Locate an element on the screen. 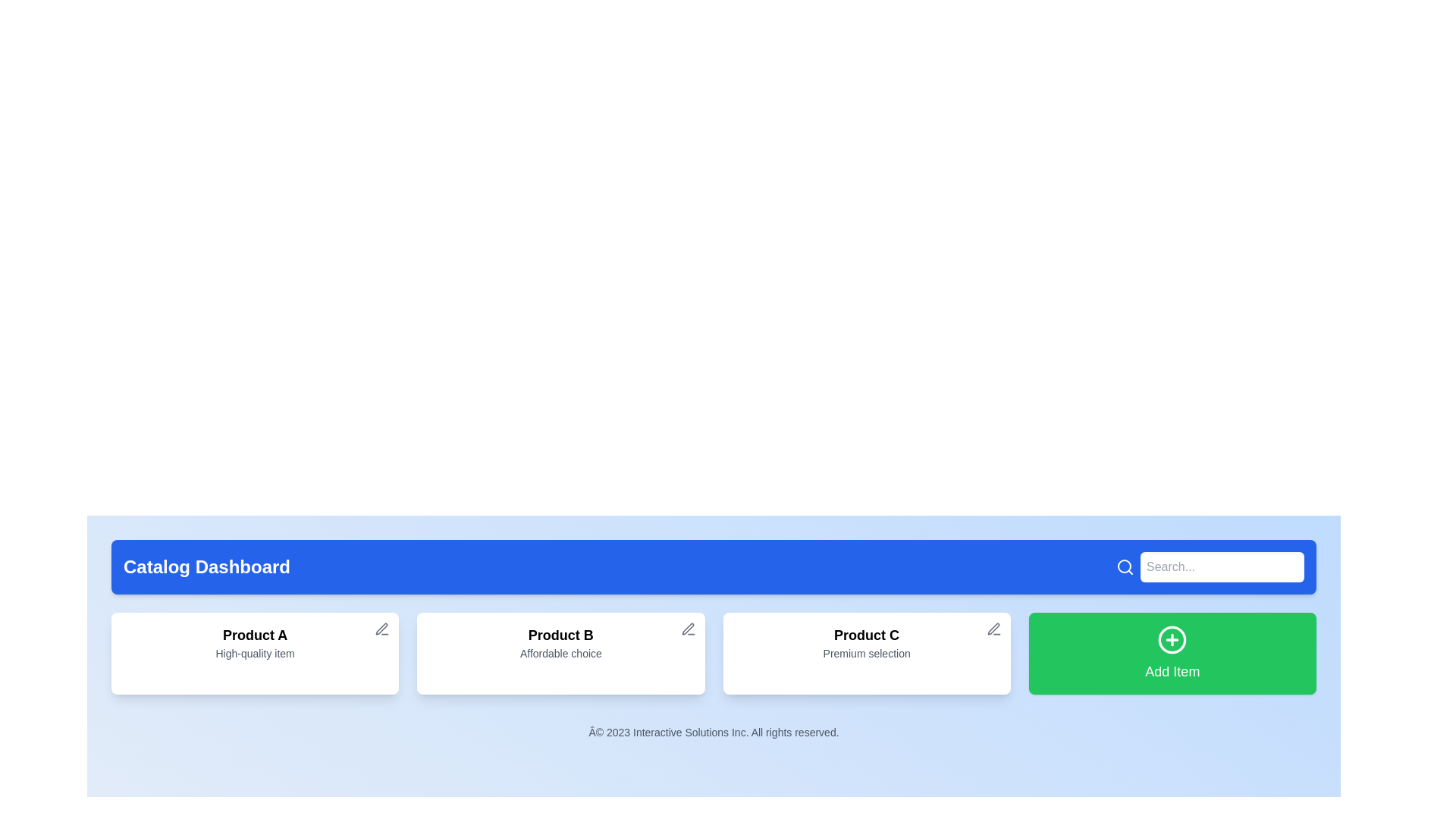 This screenshot has height=819, width=1456. the bold, blue-shaded header text displaying 'Catalog Dashboard' located in the top bar of the application is located at coordinates (206, 567).